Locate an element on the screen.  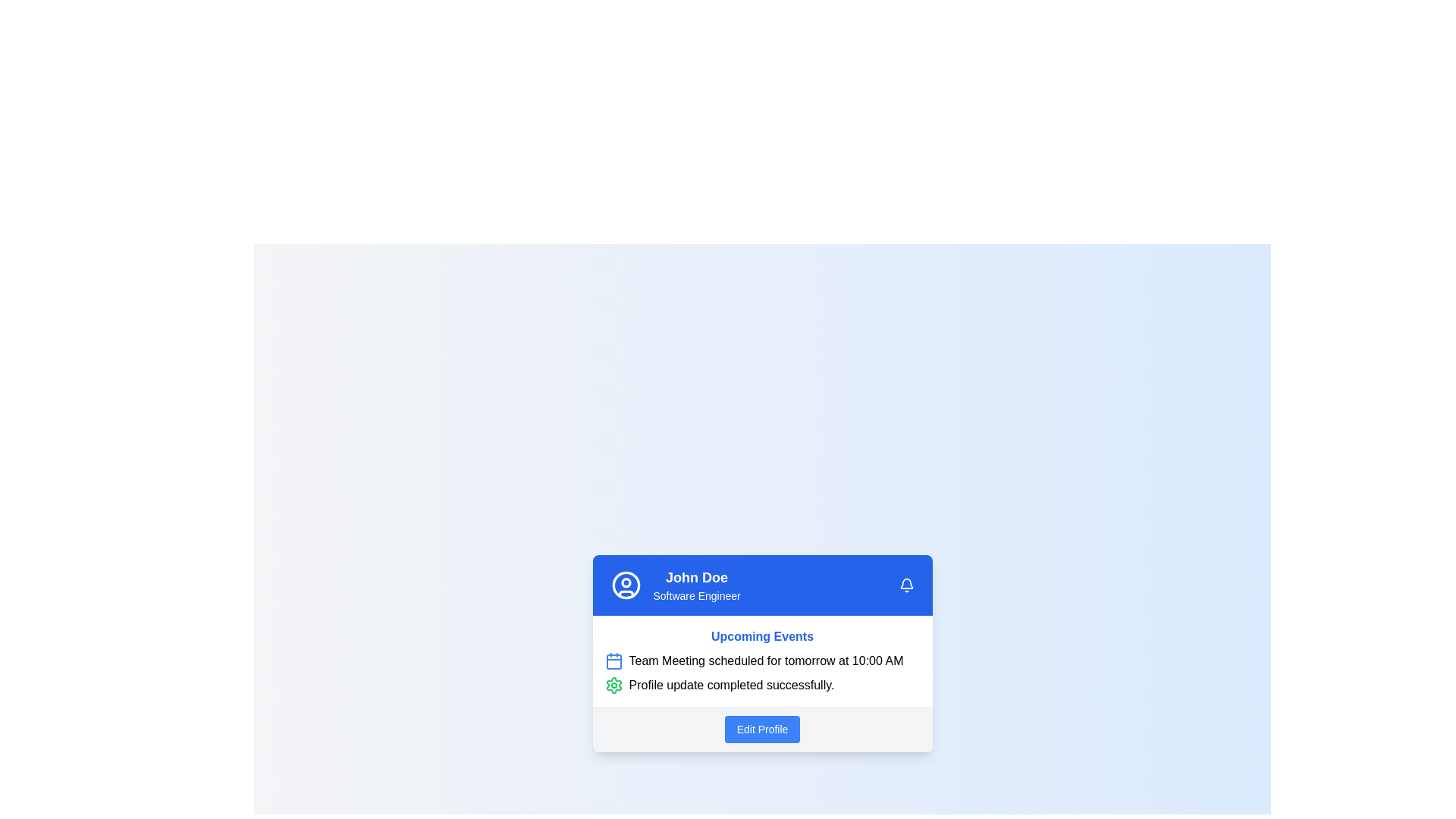
the notification bell icon located in the user profile section, which is part of a composite bell-shaped icon situated to the right of the text 'John Doe' and 'Software Engineer' is located at coordinates (906, 582).